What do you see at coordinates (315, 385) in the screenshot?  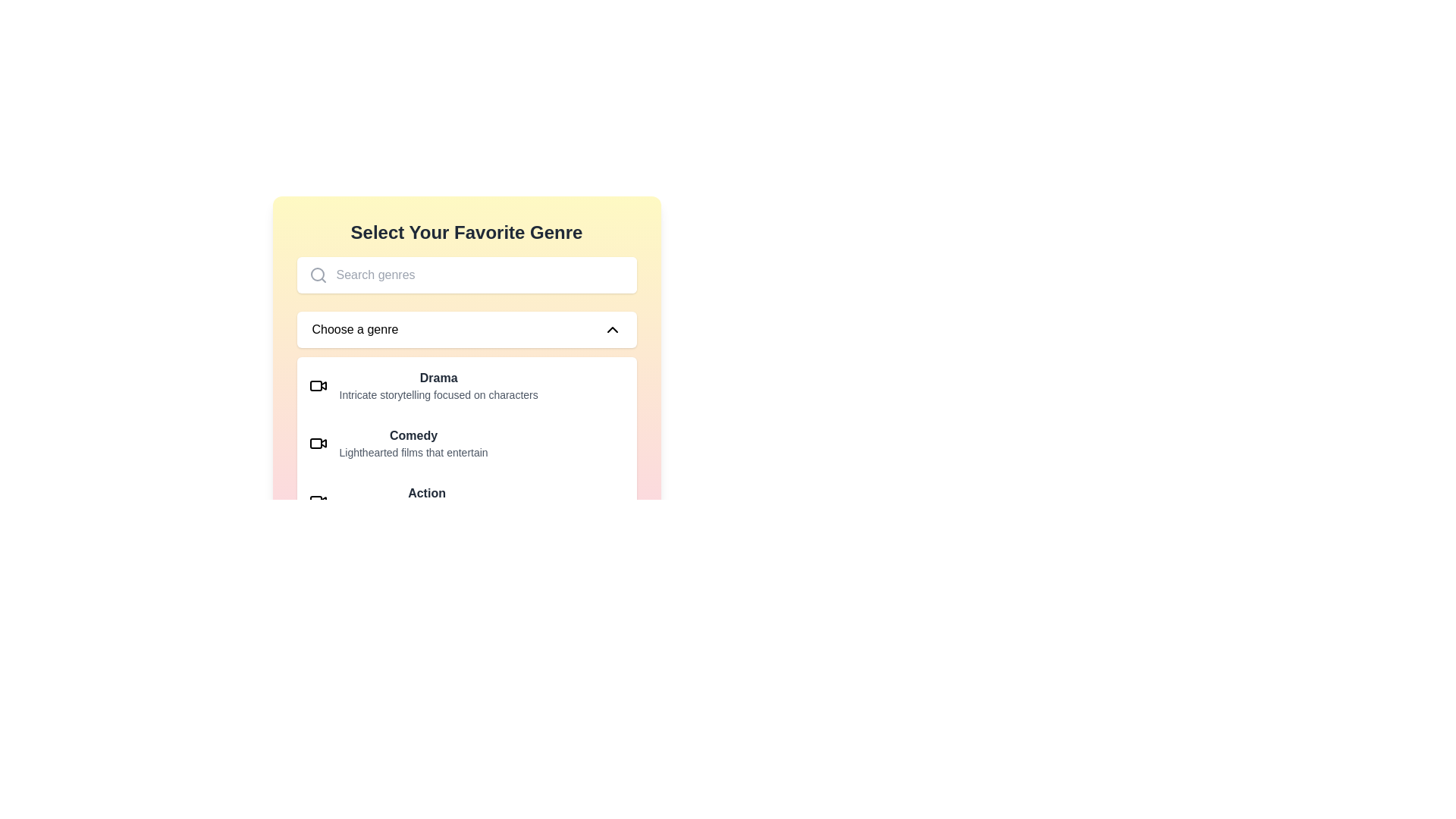 I see `the empty rectangular SVG element located within the 'Drama' item of the genre selection interface` at bounding box center [315, 385].